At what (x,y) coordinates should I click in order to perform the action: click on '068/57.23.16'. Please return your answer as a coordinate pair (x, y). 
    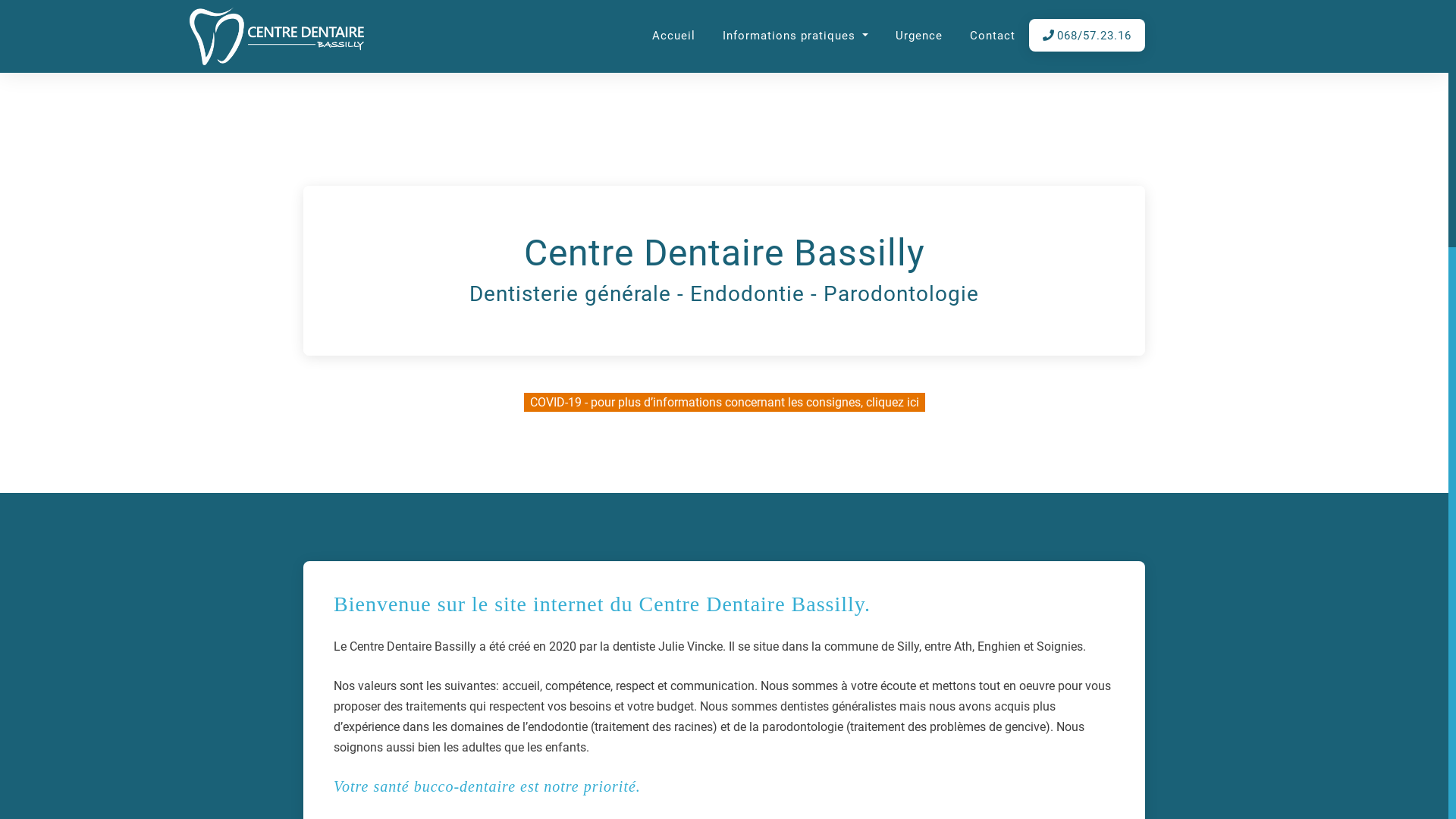
    Looking at the image, I should click on (1086, 36).